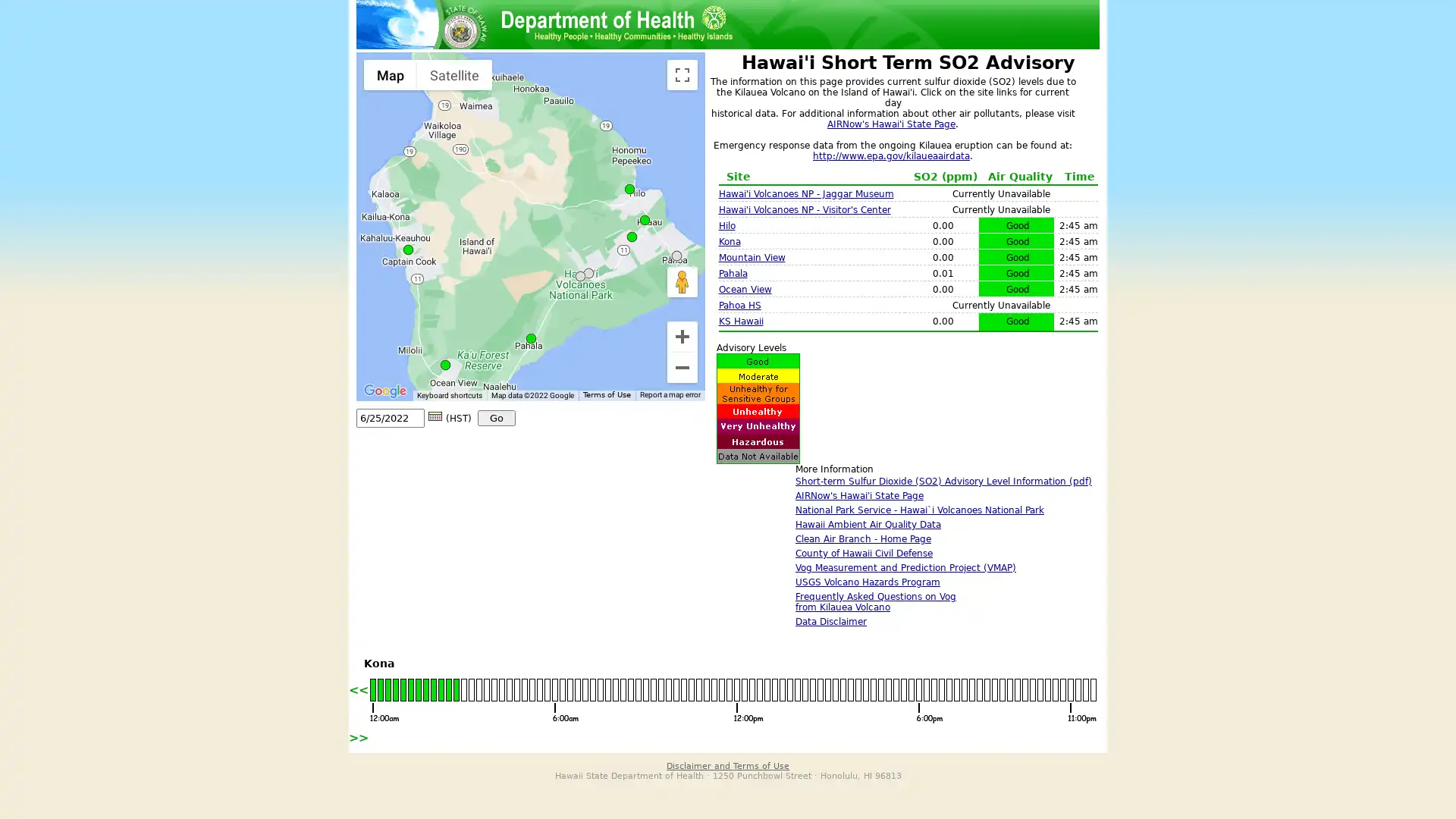 This screenshot has width=1456, height=819. What do you see at coordinates (531, 337) in the screenshot?
I see `Pahala: SO2 0.01 ppm (Good) on 06/25 at 02:45 am` at bounding box center [531, 337].